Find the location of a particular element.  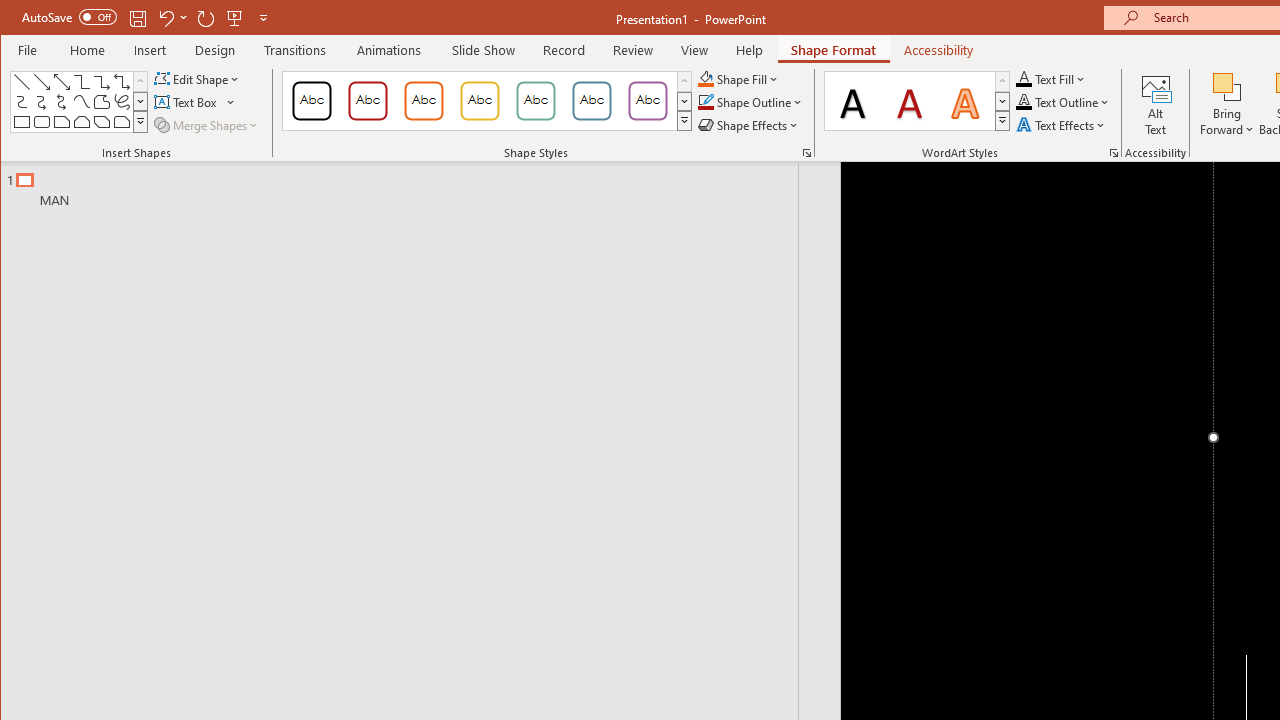

'Colored Outline - Dark Red, Accent 1' is located at coordinates (368, 100).